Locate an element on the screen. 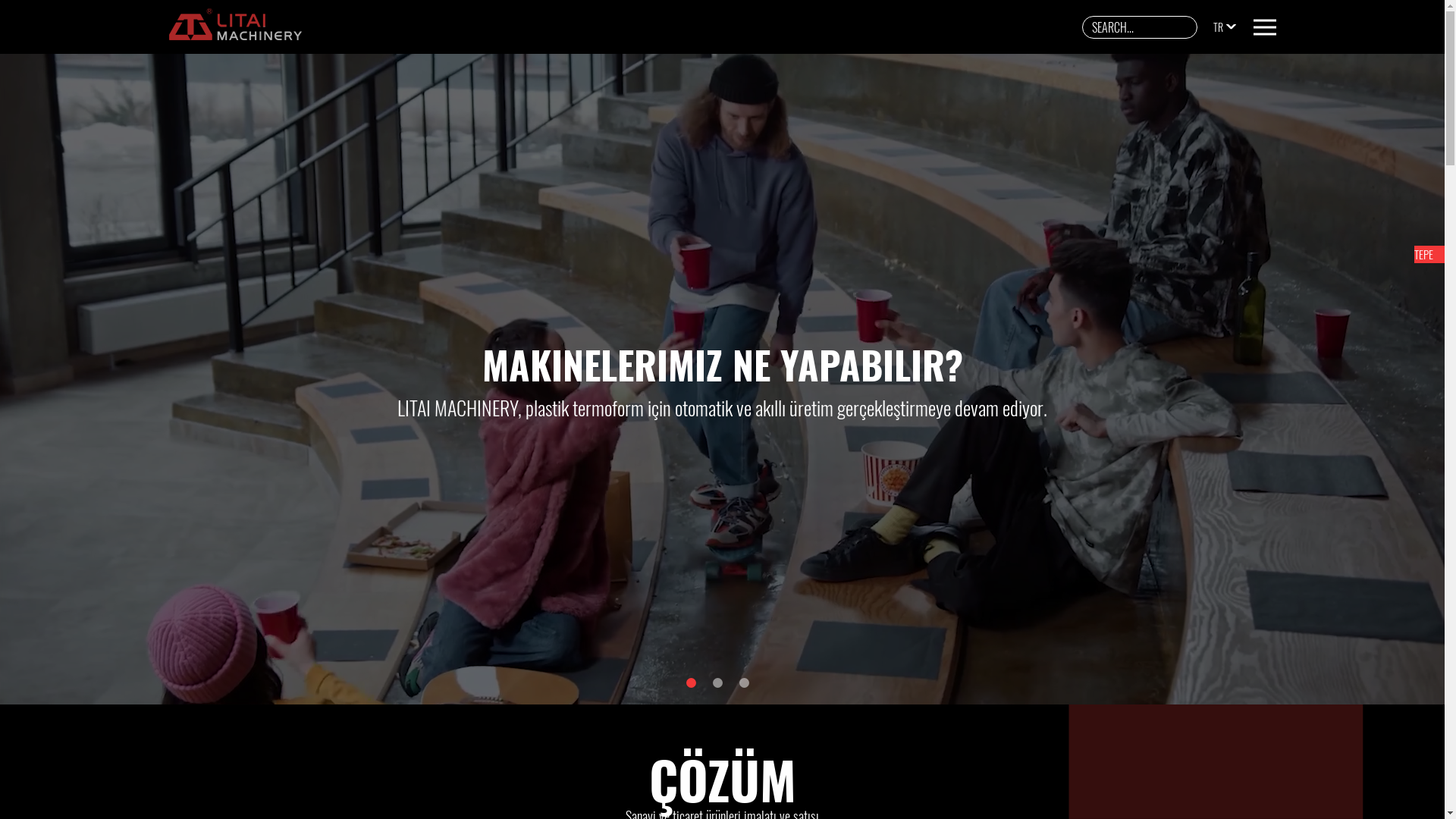 This screenshot has height=819, width=1456. '1' is located at coordinates (690, 682).